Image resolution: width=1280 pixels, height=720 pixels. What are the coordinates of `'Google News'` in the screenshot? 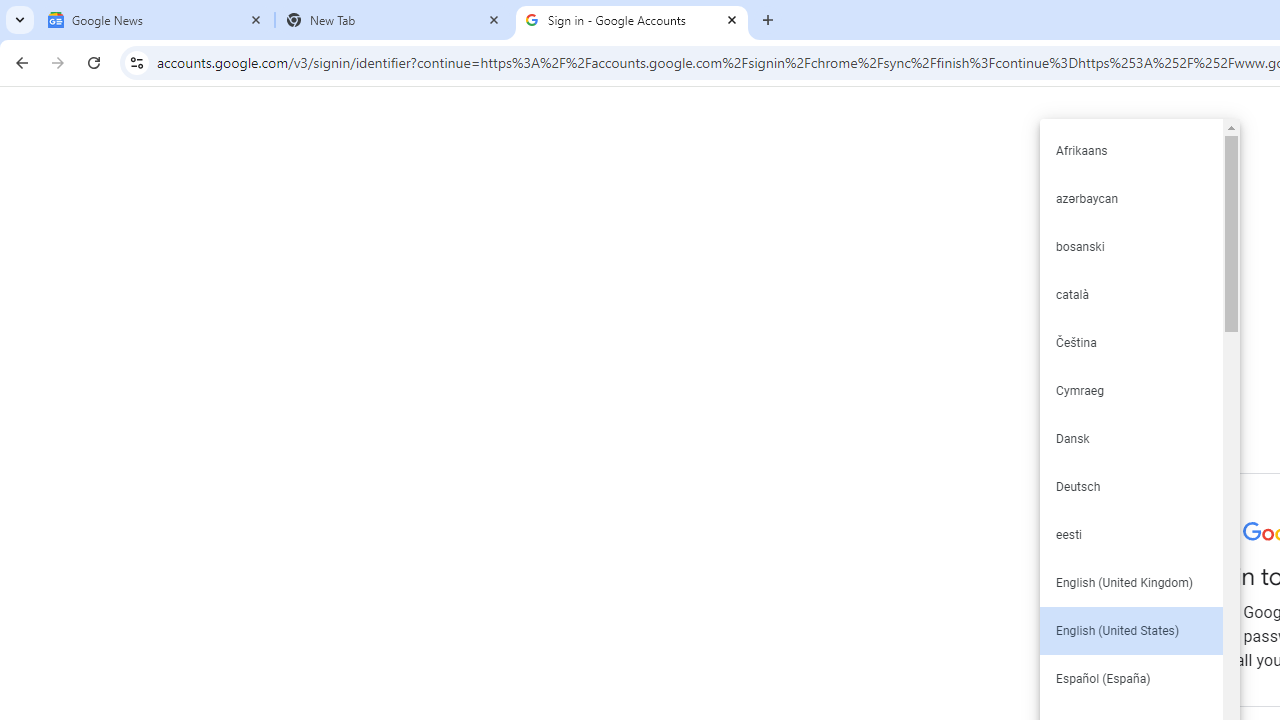 It's located at (155, 20).